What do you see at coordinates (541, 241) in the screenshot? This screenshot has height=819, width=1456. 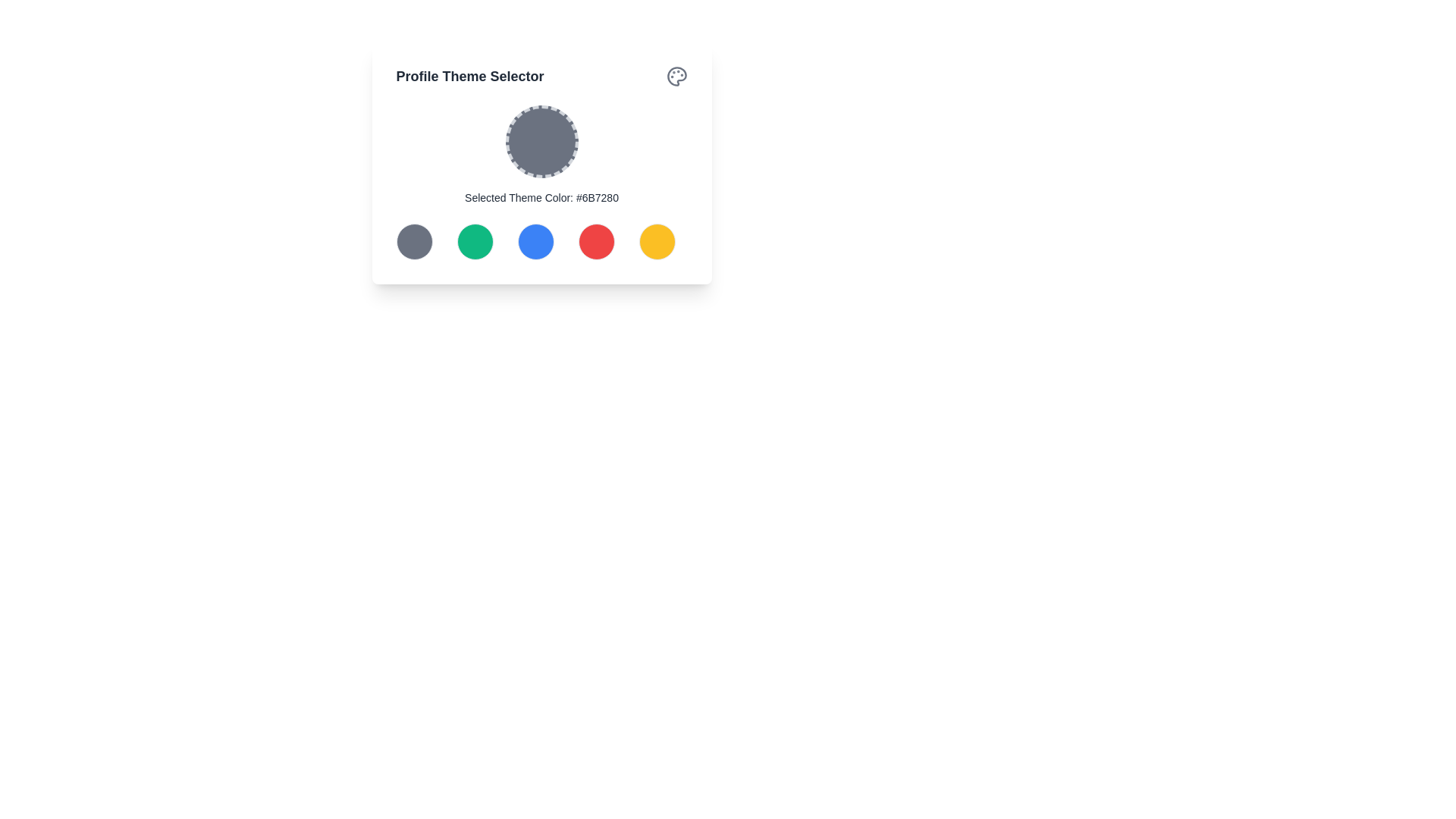 I see `the color circle in the Grid layout containing color selector buttons` at bounding box center [541, 241].